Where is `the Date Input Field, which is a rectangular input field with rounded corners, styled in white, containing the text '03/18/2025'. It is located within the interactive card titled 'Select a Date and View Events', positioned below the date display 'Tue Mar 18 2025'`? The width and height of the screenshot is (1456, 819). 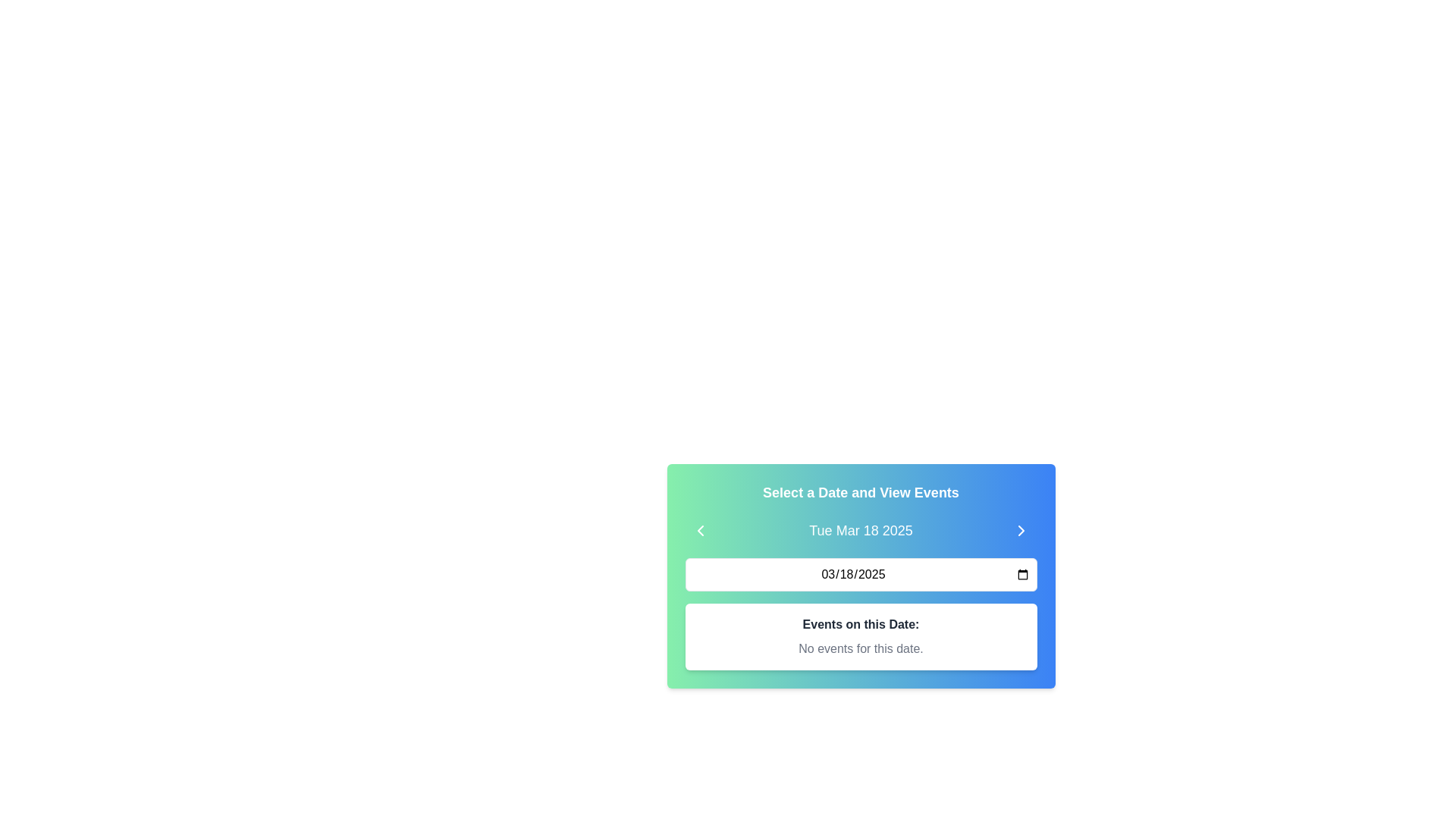 the Date Input Field, which is a rectangular input field with rounded corners, styled in white, containing the text '03/18/2025'. It is located within the interactive card titled 'Select a Date and View Events', positioned below the date display 'Tue Mar 18 2025' is located at coordinates (861, 575).